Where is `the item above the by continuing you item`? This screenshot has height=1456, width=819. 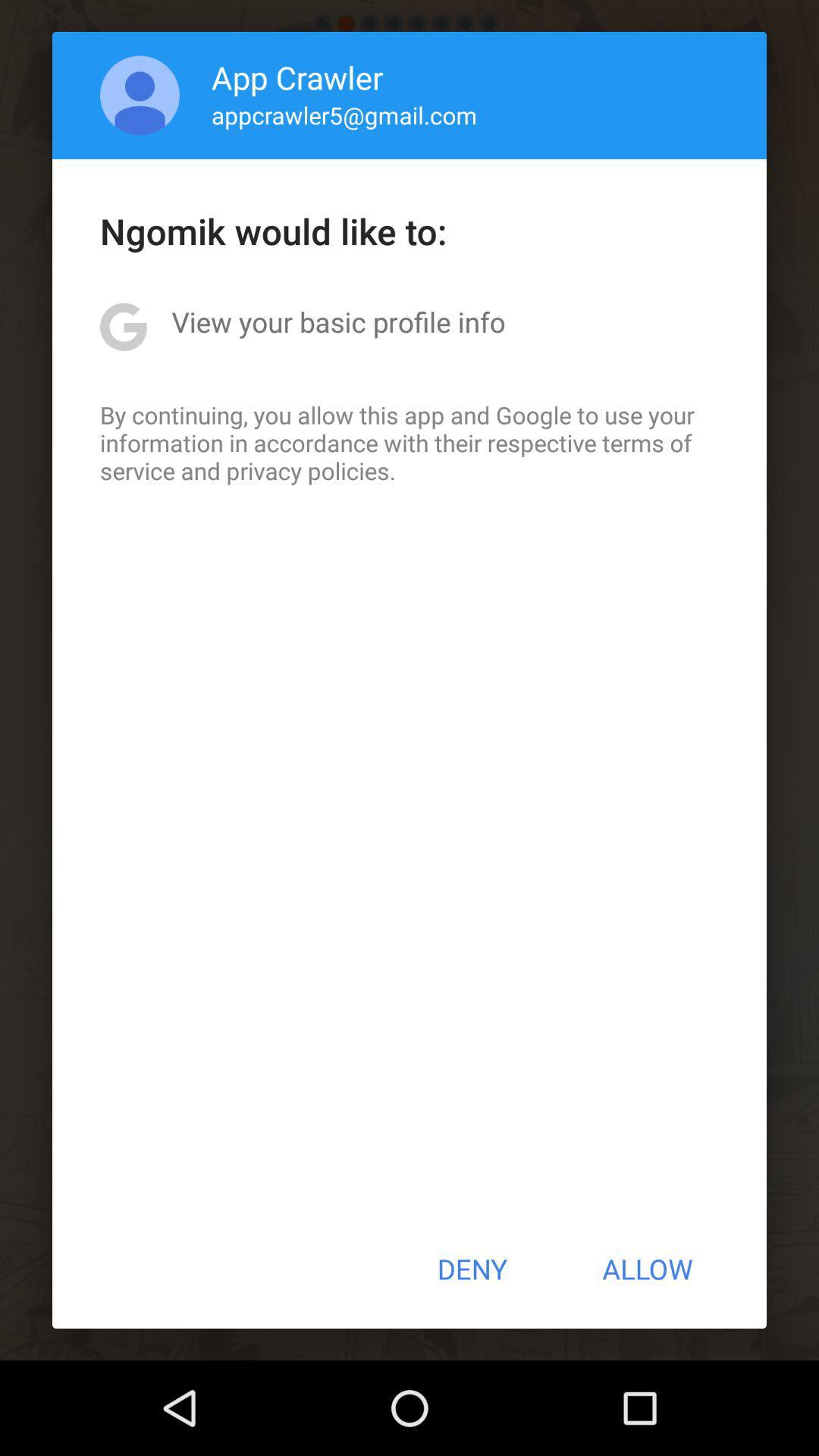
the item above the by continuing you item is located at coordinates (337, 321).